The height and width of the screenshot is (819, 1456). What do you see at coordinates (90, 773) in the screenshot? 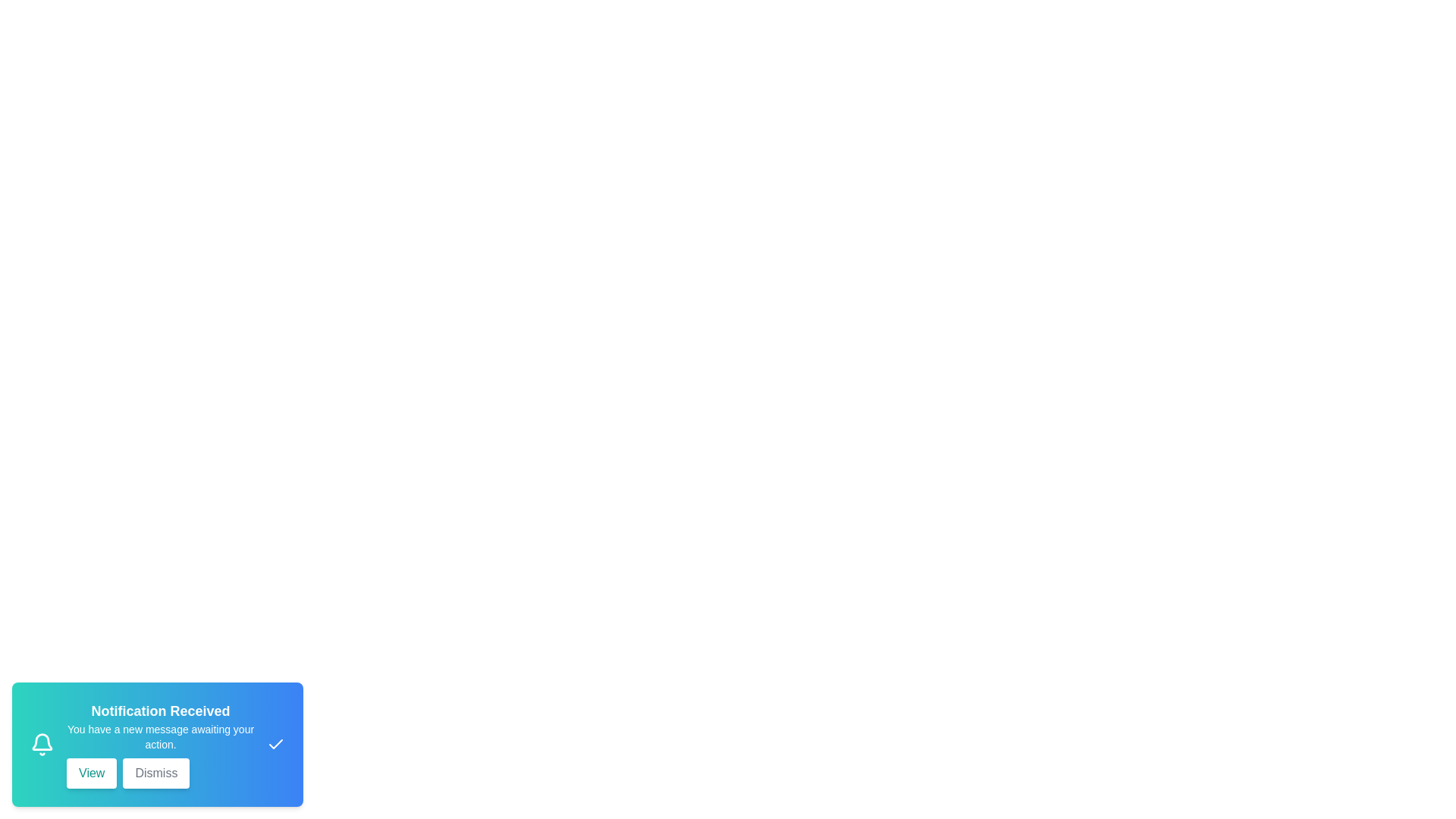
I see `'View' button to navigate to message details` at bounding box center [90, 773].